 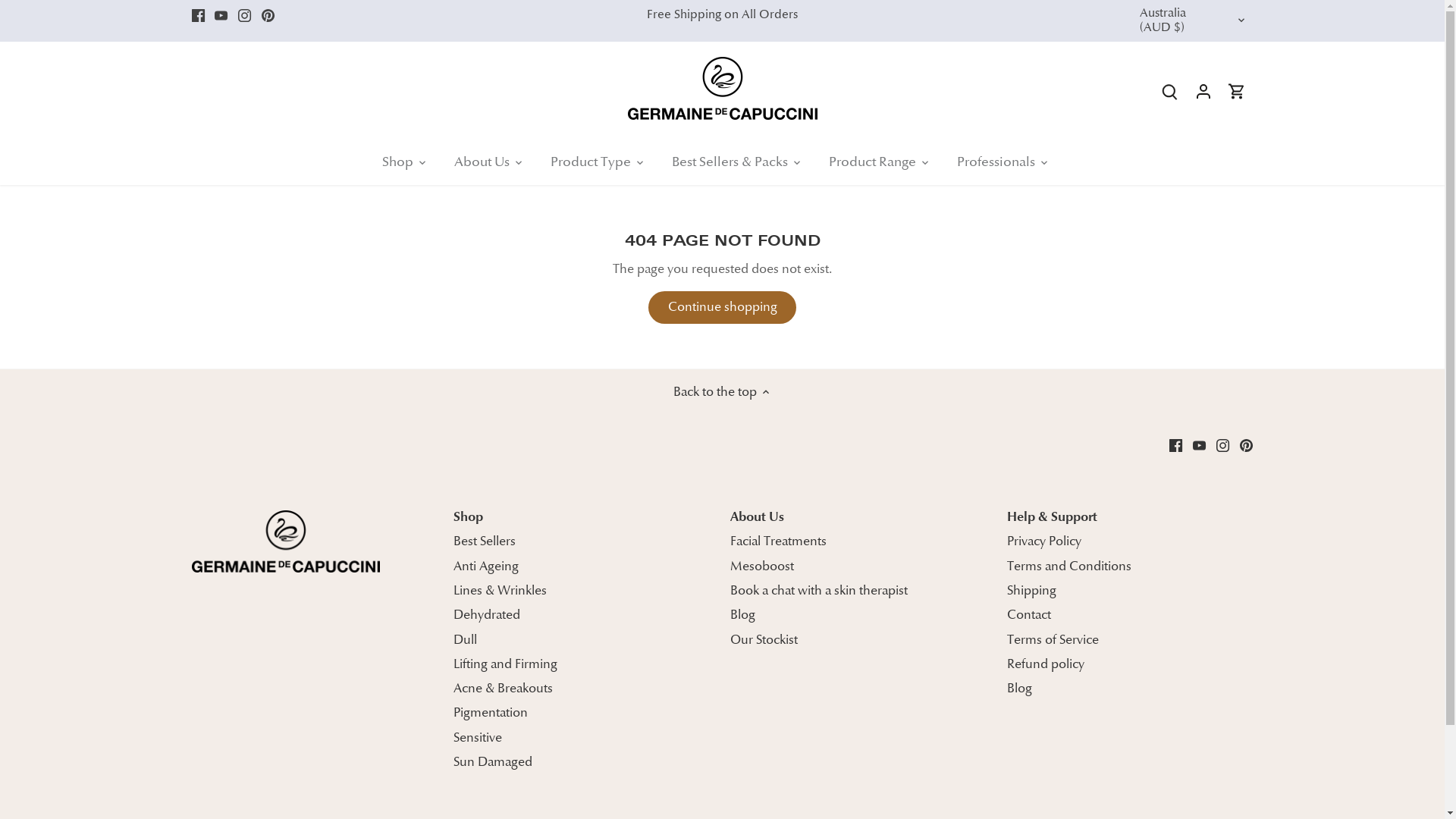 I want to click on 'Best Sellers', so click(x=483, y=540).